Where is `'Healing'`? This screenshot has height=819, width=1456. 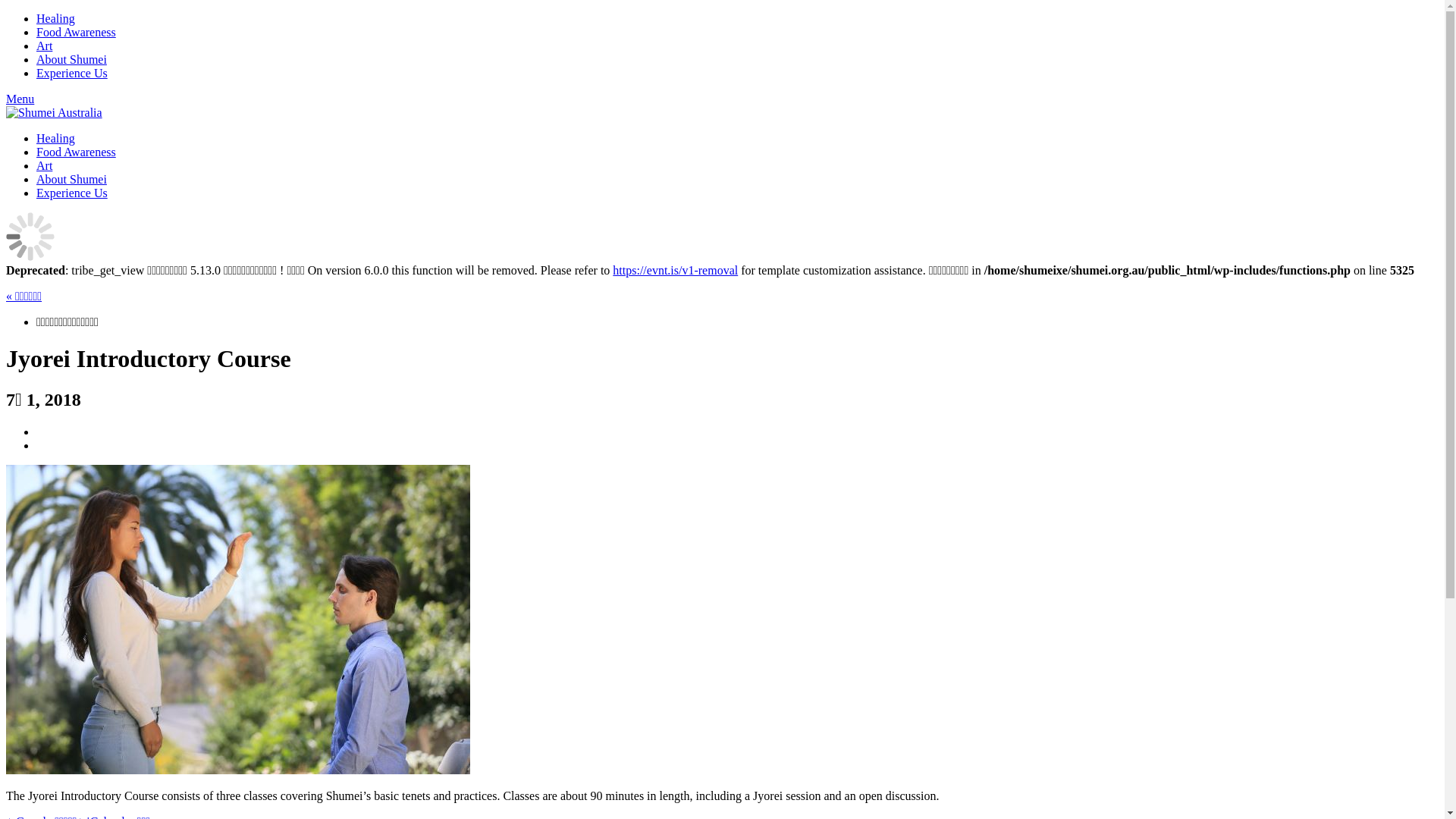 'Healing' is located at coordinates (55, 18).